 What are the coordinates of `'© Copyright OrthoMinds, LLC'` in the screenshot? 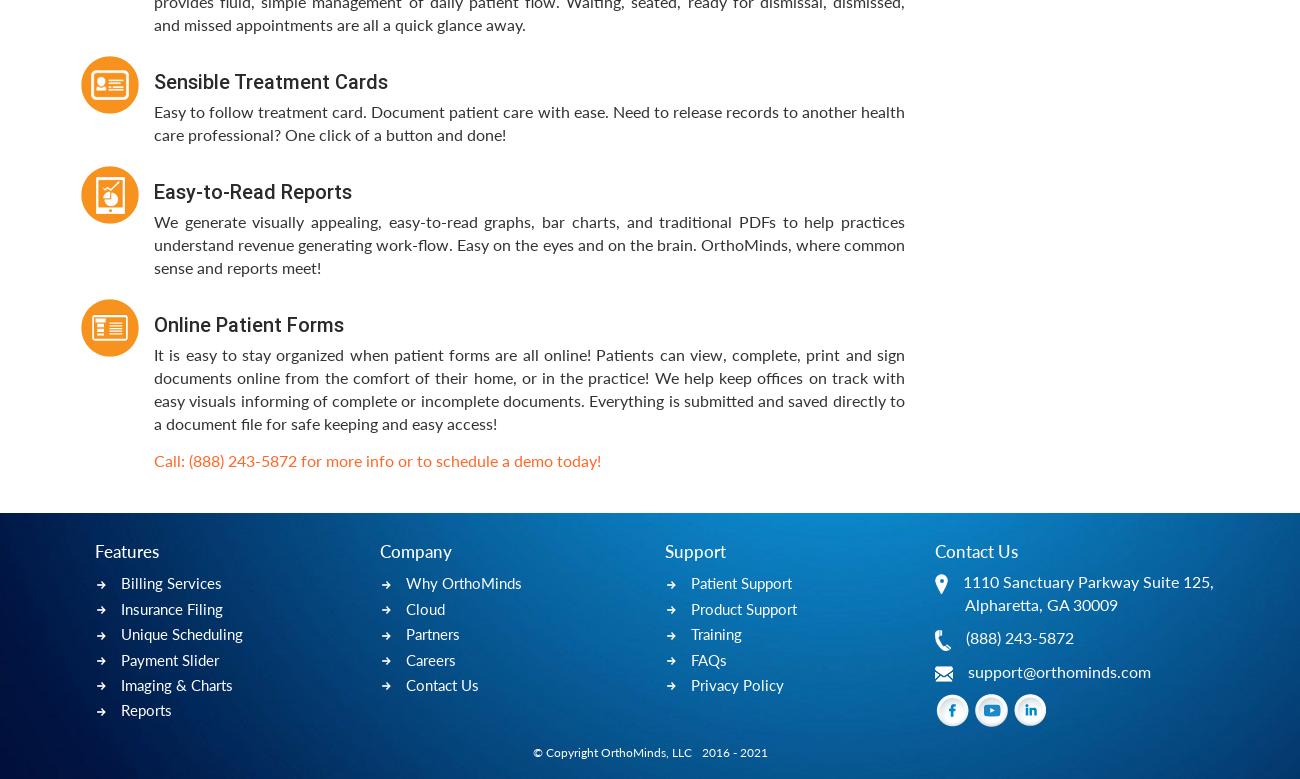 It's located at (611, 751).